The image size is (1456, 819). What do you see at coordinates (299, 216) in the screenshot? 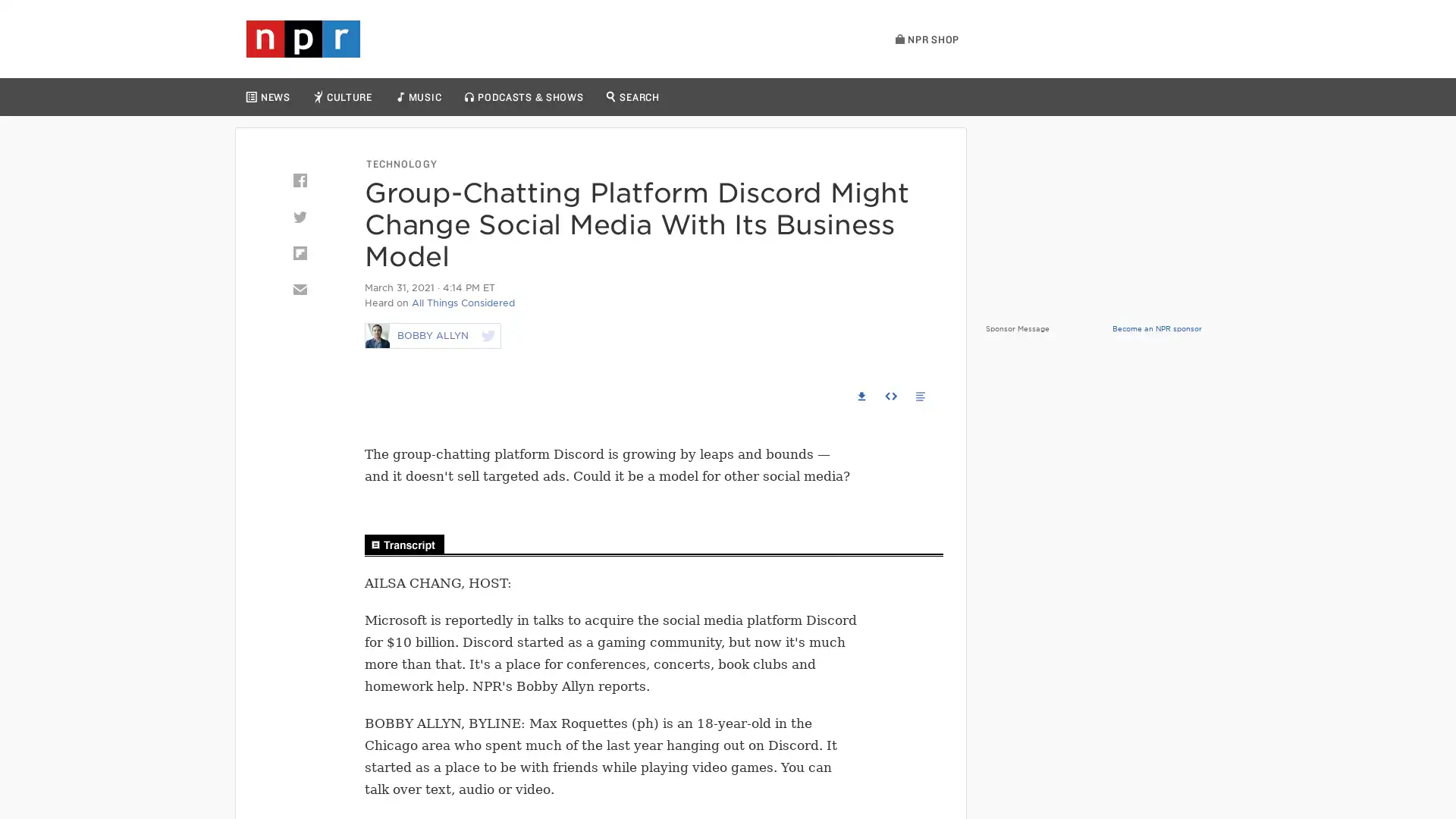
I see `Twitter` at bounding box center [299, 216].